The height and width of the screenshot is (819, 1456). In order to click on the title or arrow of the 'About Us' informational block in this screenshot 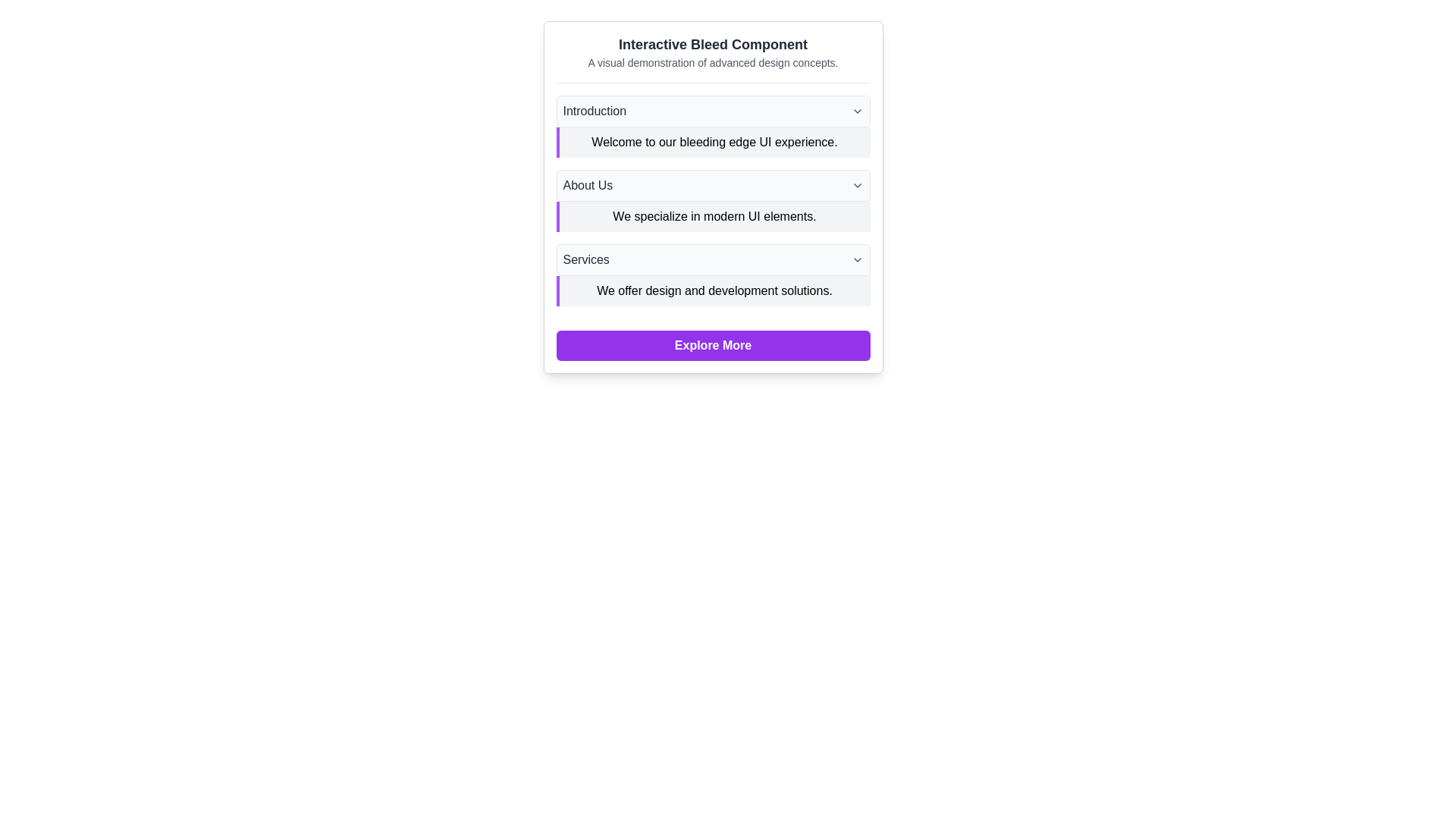, I will do `click(712, 200)`.